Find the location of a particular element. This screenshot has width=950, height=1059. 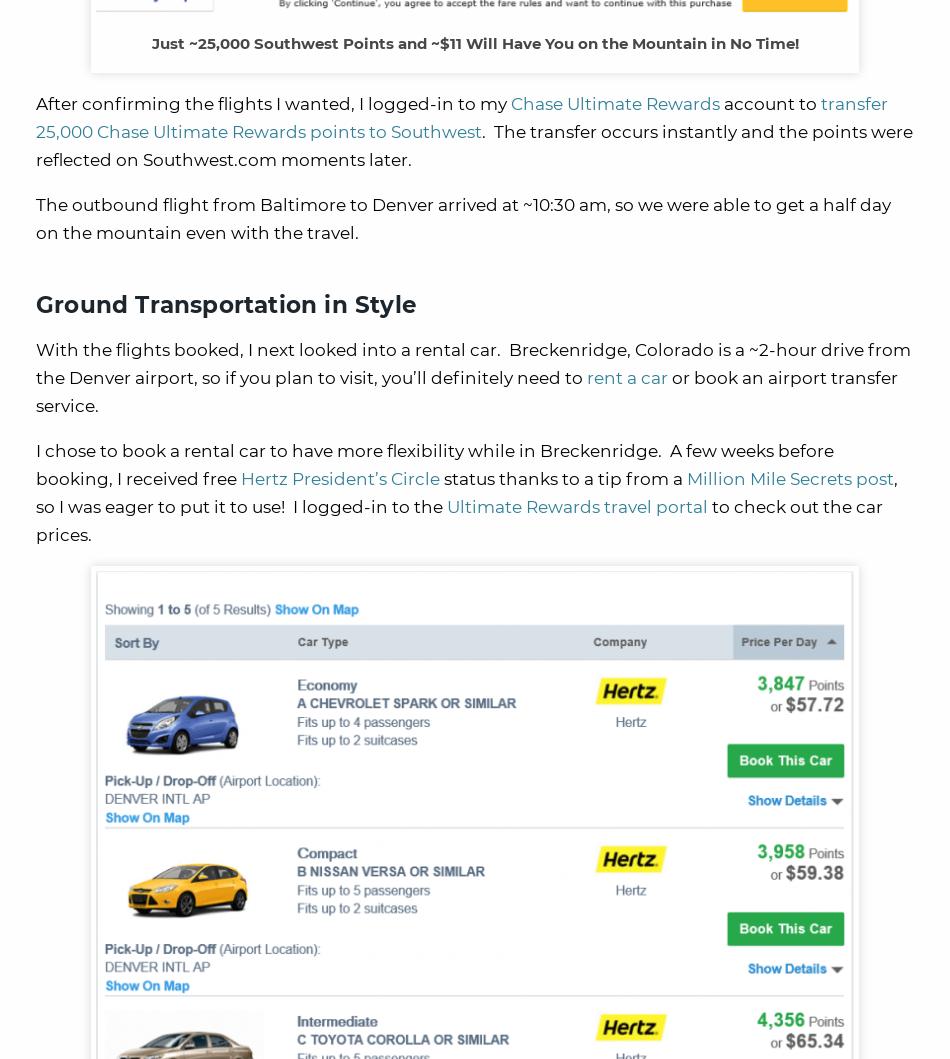

'Chase Ultimate Rewards' is located at coordinates (615, 103).